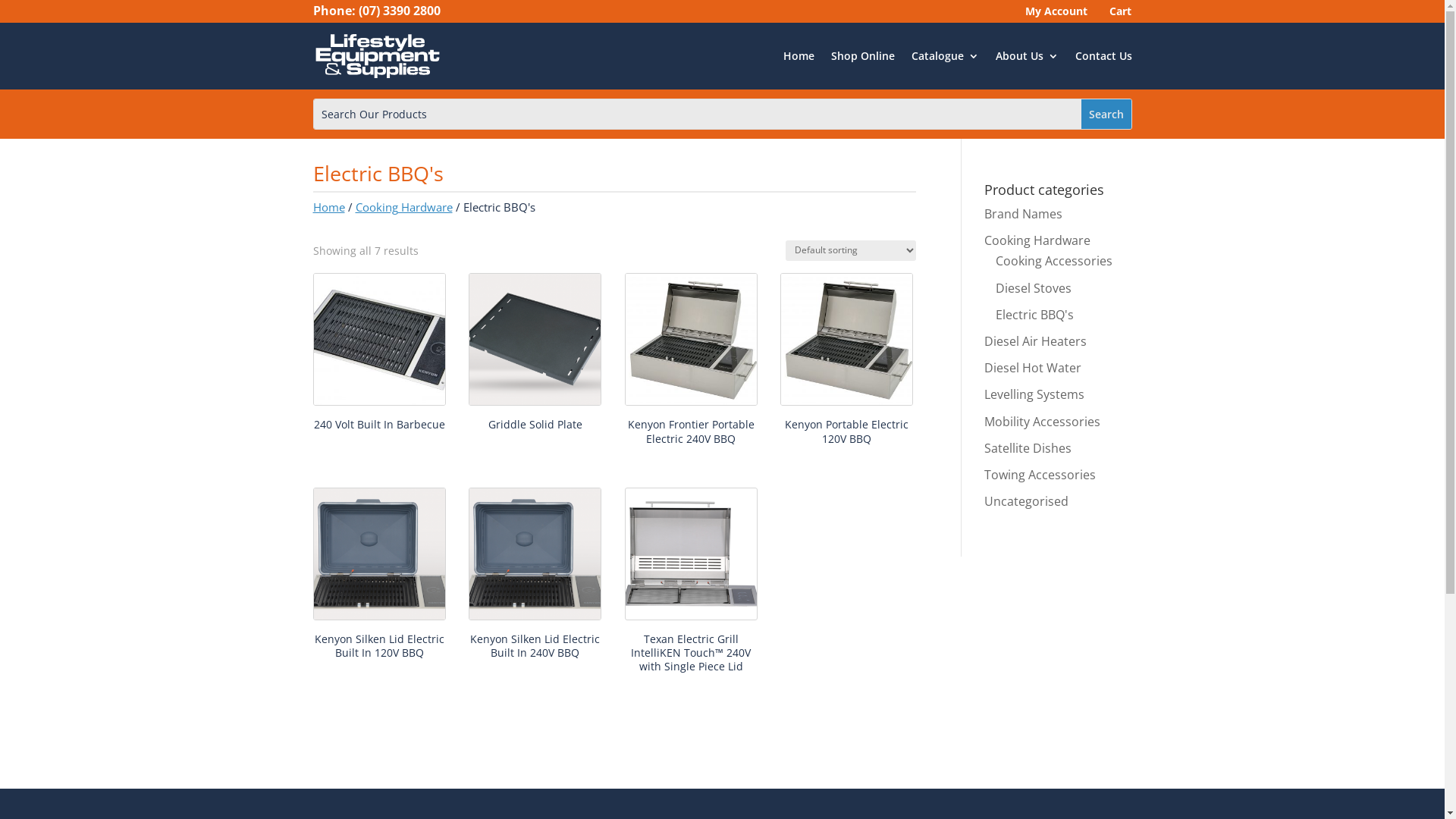 This screenshot has width=1456, height=819. What do you see at coordinates (1034, 314) in the screenshot?
I see `'Electric BBQ's'` at bounding box center [1034, 314].